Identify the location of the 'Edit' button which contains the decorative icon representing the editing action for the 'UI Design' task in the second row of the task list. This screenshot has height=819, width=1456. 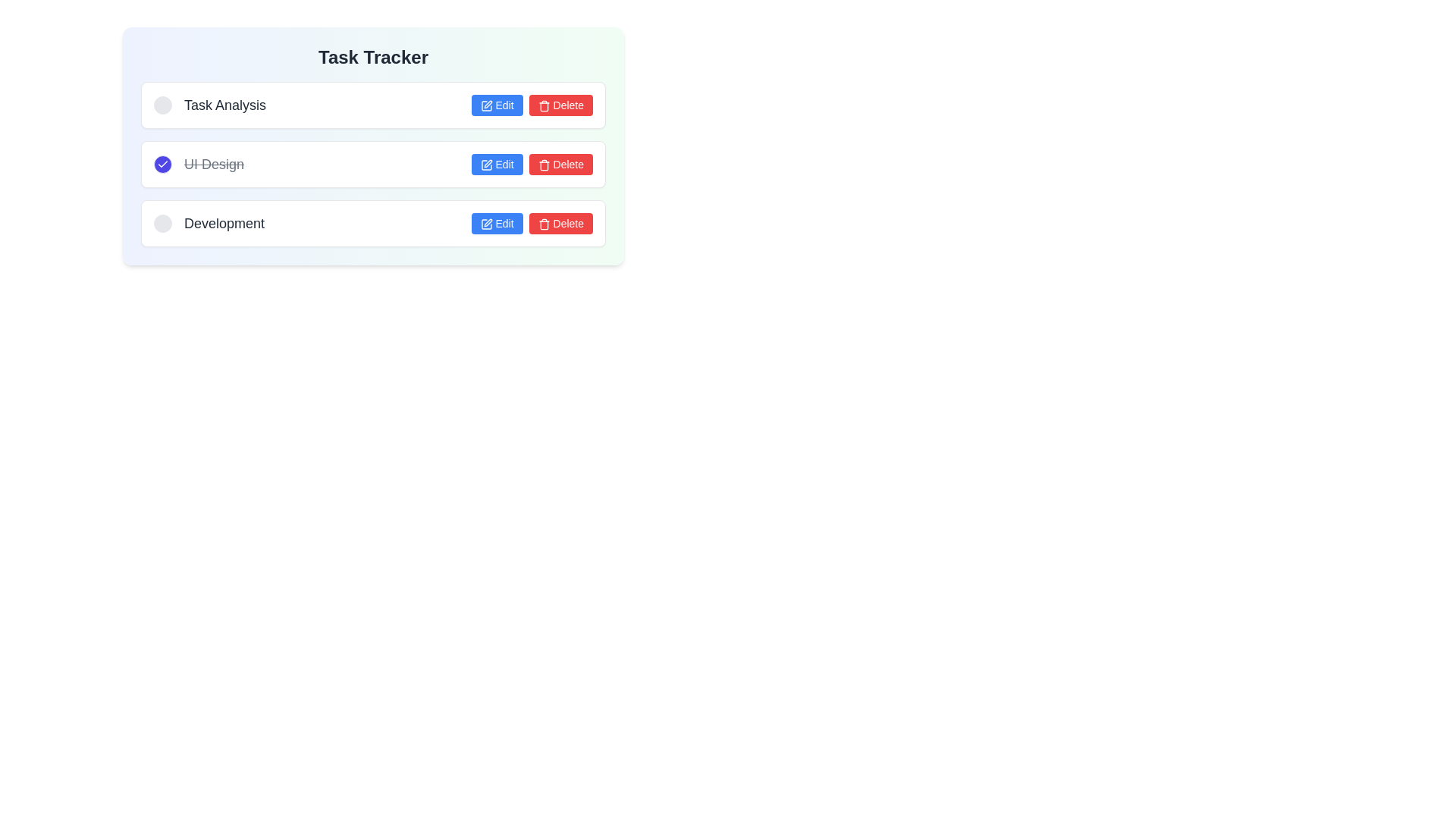
(486, 165).